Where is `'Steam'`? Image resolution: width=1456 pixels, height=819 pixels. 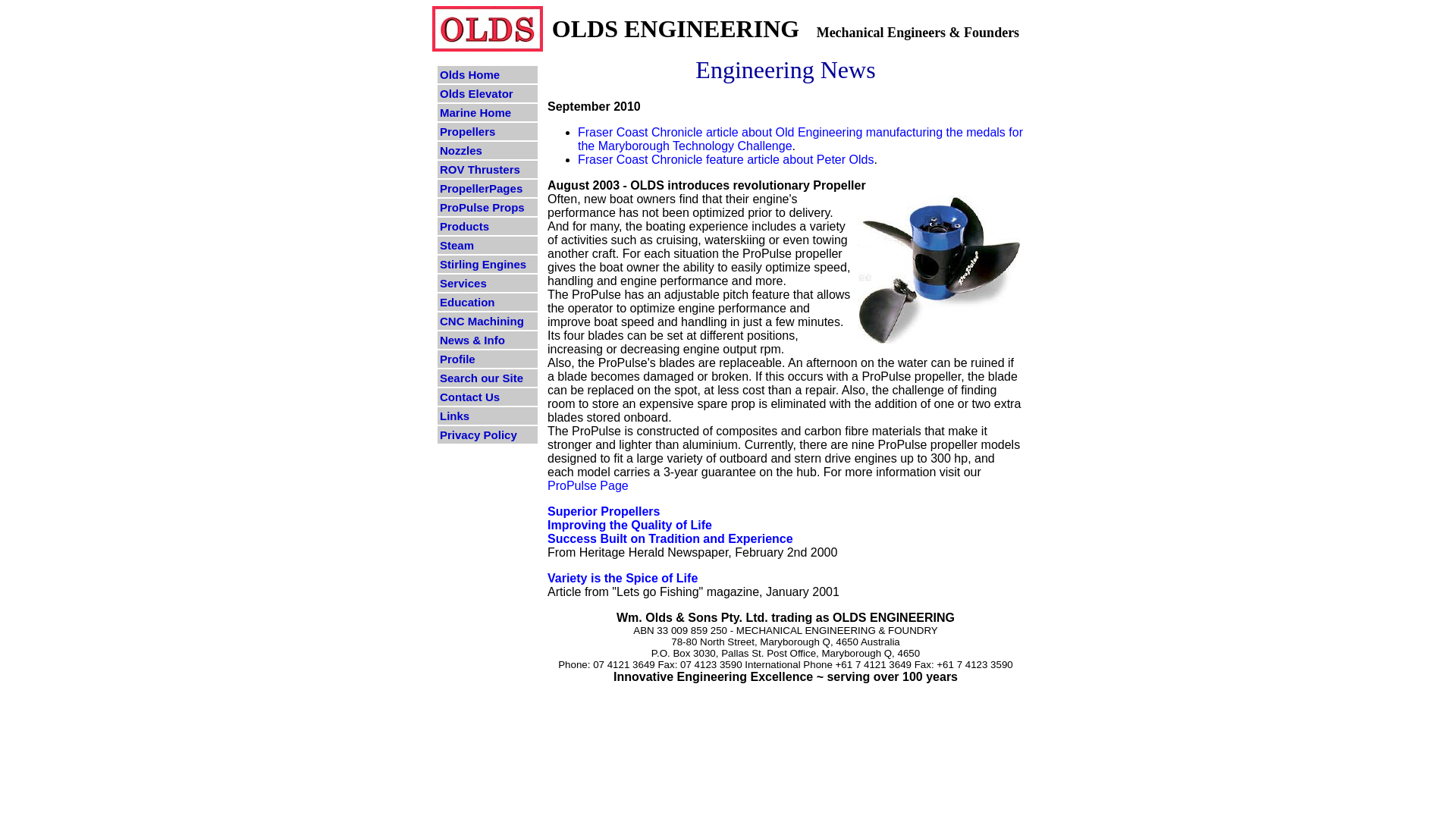
'Steam' is located at coordinates (488, 244).